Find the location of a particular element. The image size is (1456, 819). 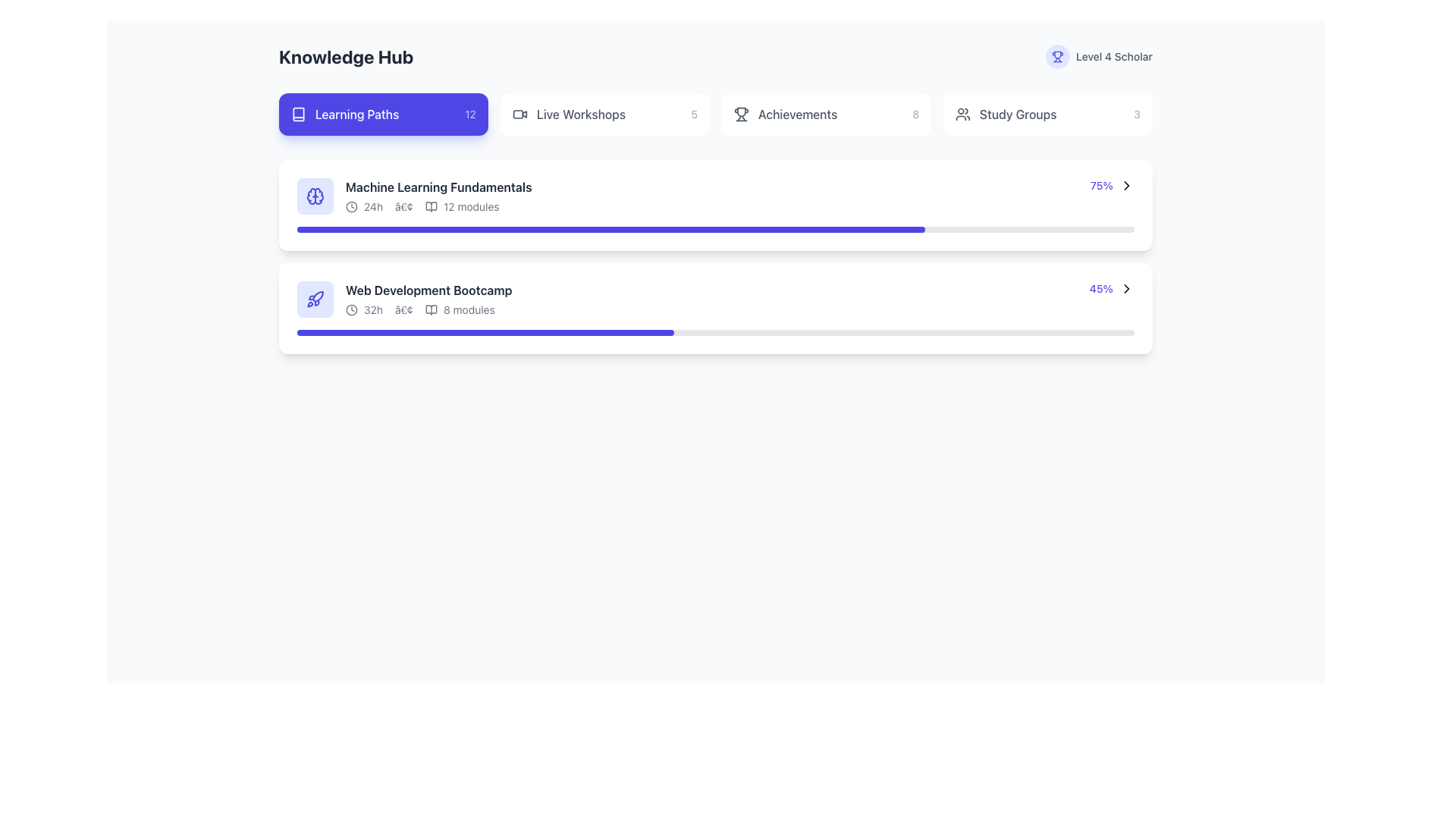

the 'Learning Paths' button, which has an indigo background, white text, a book icon on the left, and the number '12' on the right, to possibly see a visual indicator of interactivity is located at coordinates (383, 113).